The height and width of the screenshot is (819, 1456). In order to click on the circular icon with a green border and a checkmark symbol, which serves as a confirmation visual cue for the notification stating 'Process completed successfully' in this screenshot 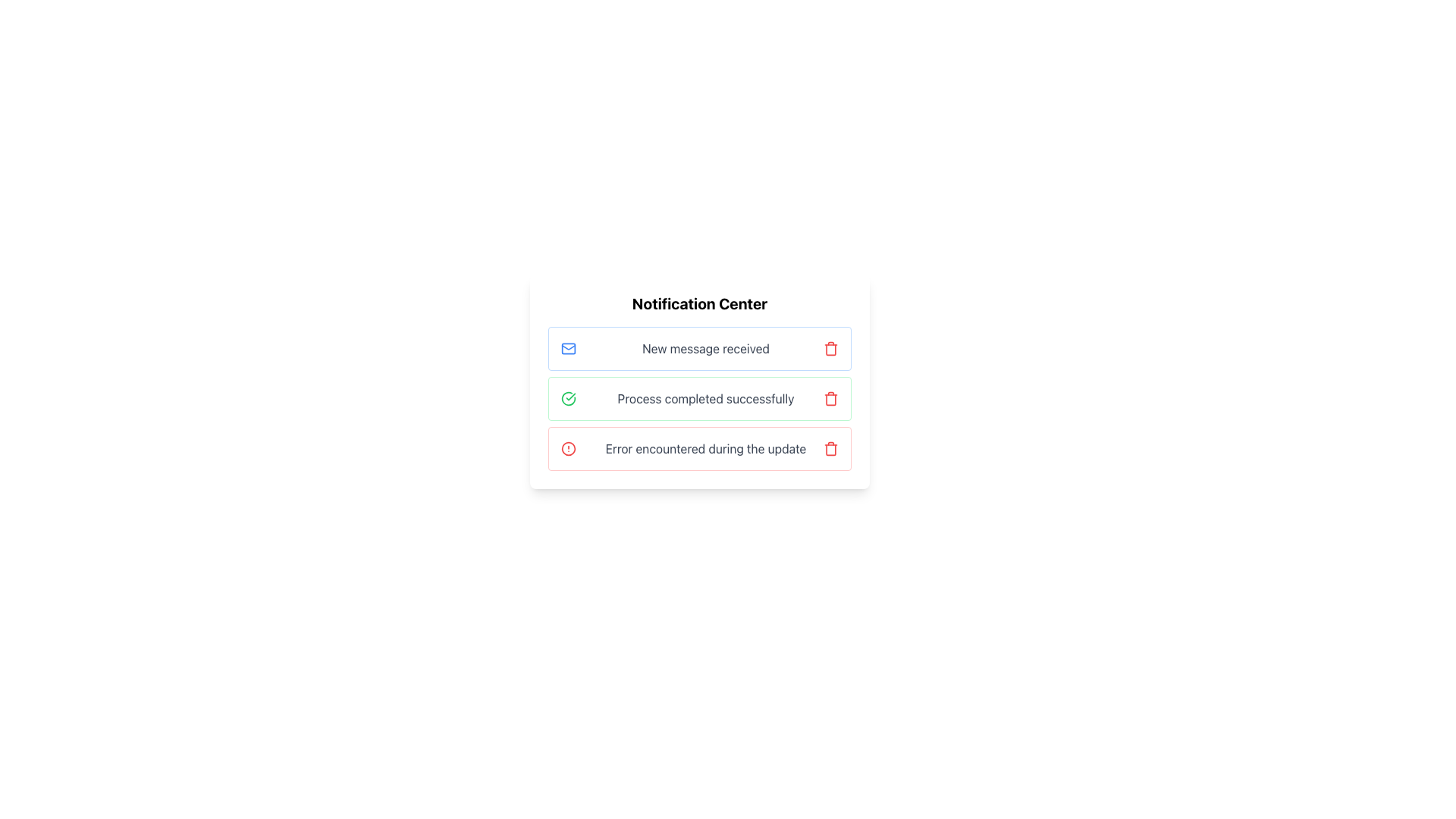, I will do `click(567, 397)`.